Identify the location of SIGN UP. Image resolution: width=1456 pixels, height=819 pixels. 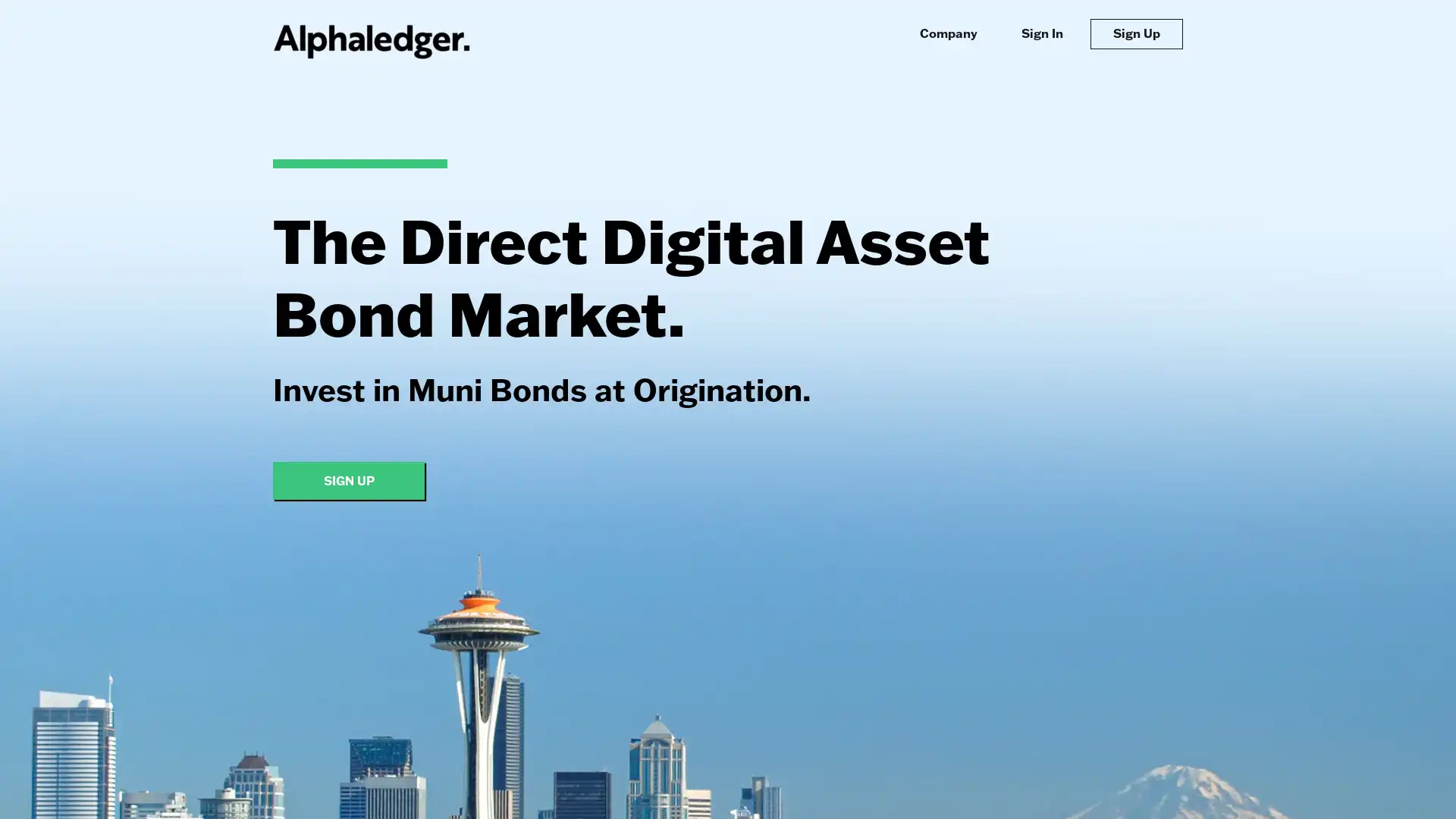
(348, 480).